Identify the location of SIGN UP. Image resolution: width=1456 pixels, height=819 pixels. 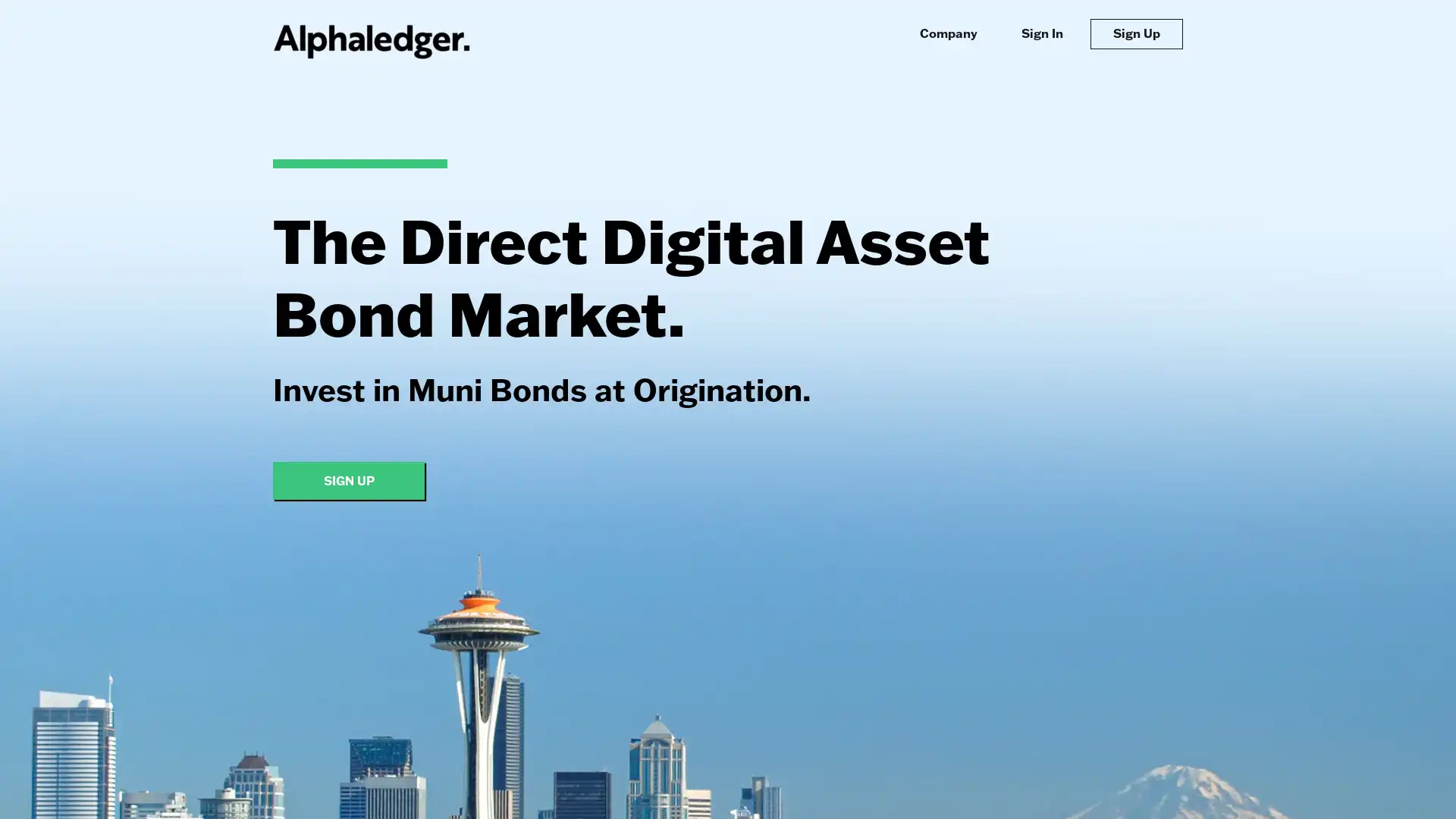
(348, 480).